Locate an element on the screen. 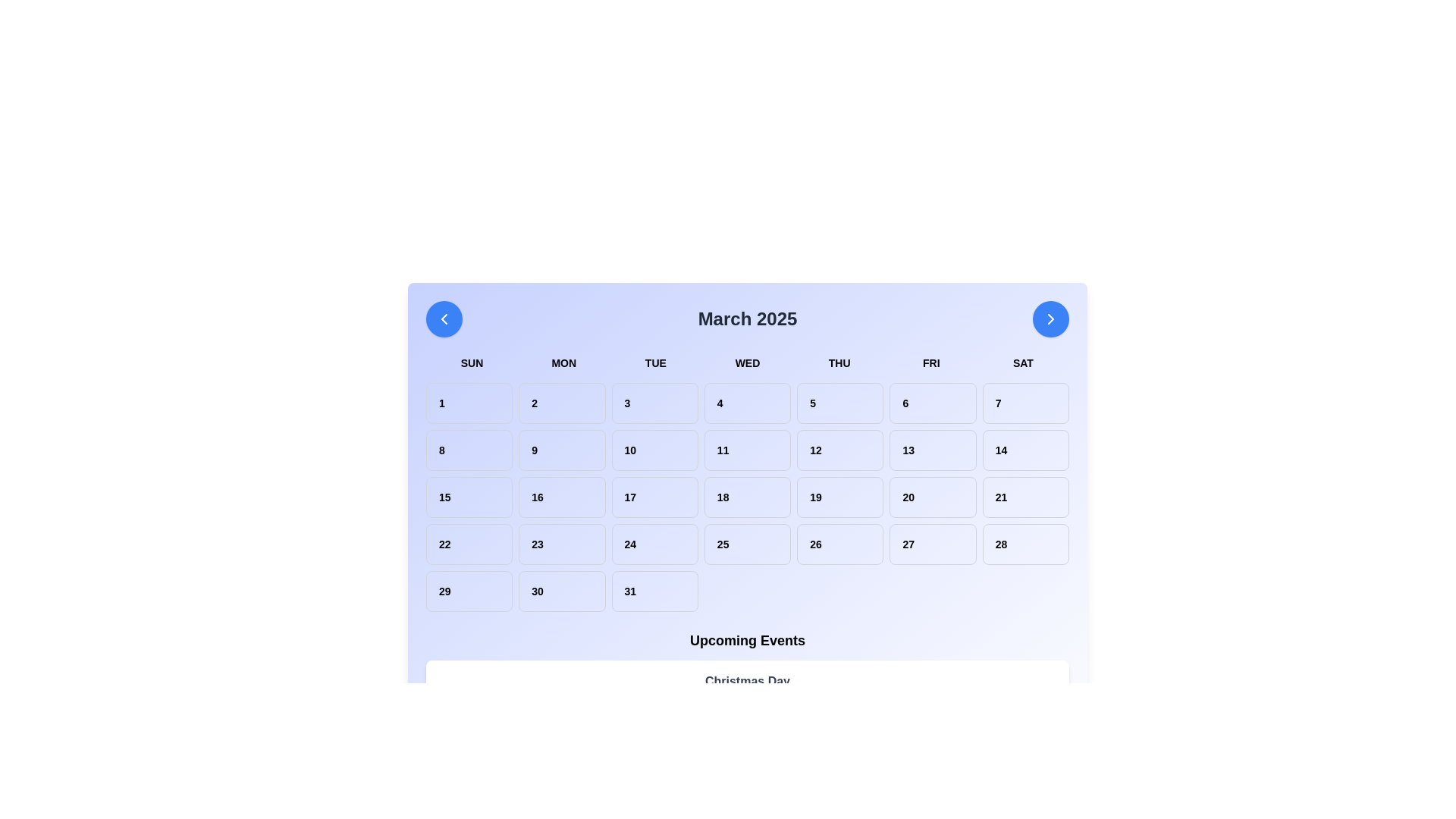 This screenshot has height=819, width=1456. the selectable calendar date block for the date '13' is located at coordinates (932, 450).